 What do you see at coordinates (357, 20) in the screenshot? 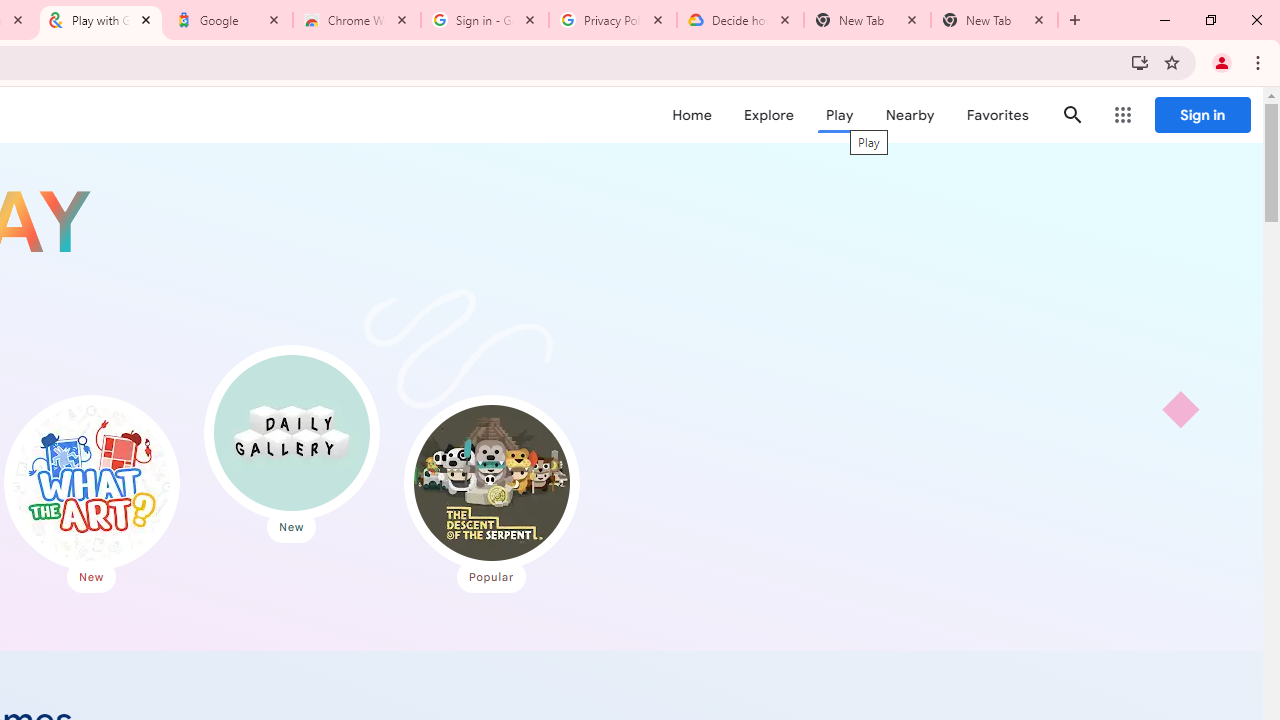
I see `'Chrome Web Store - Color themes by Chrome'` at bounding box center [357, 20].